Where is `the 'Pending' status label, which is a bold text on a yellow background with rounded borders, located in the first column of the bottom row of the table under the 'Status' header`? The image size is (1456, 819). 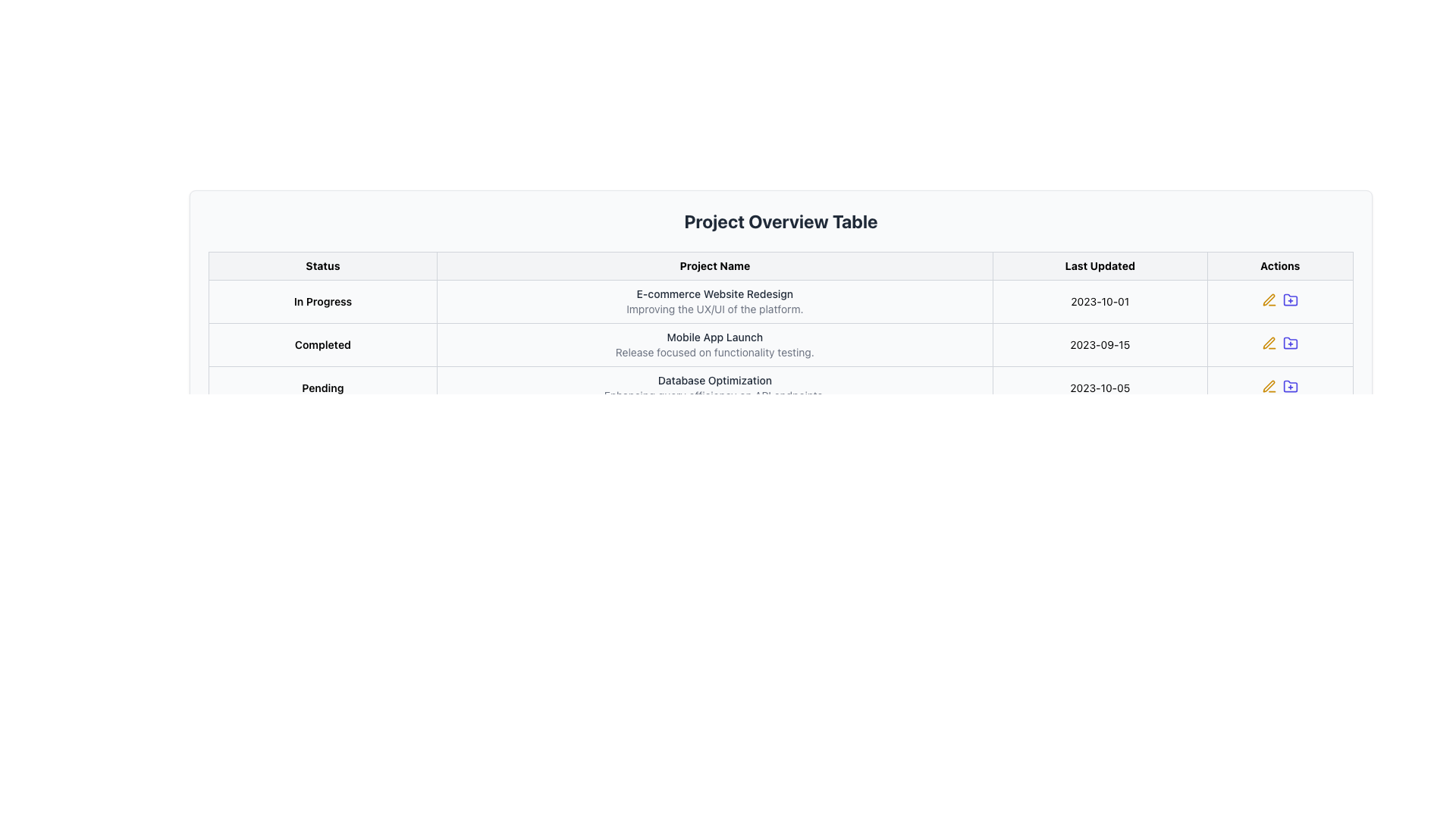 the 'Pending' status label, which is a bold text on a yellow background with rounded borders, located in the first column of the bottom row of the table under the 'Status' header is located at coordinates (322, 388).